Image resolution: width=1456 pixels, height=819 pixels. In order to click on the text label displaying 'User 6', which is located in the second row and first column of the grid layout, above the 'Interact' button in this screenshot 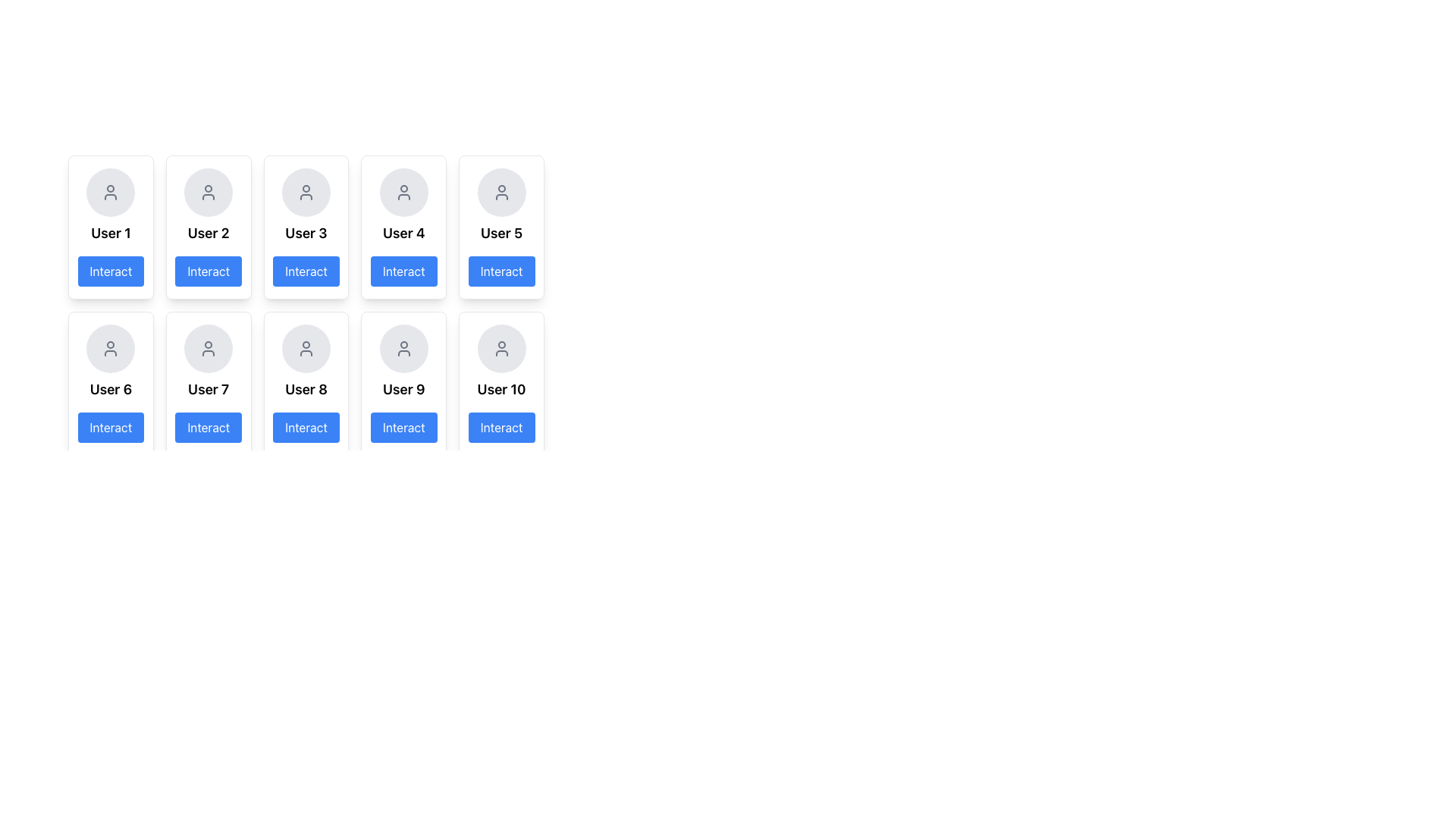, I will do `click(110, 388)`.